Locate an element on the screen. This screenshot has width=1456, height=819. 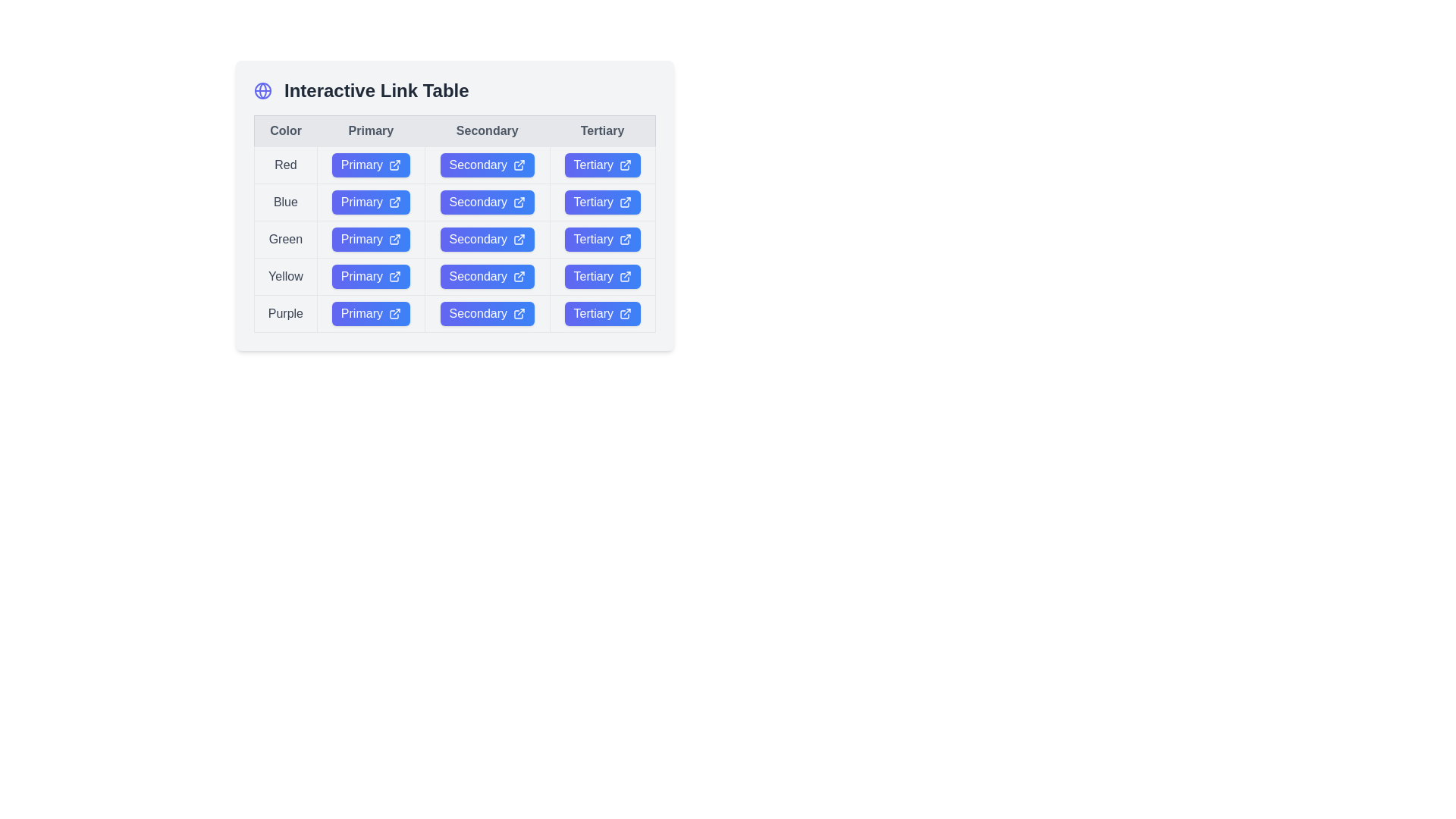
the table header cell labeled 'Secondary' which is styled with a light gray background and bold font, located in the third column of the table header is located at coordinates (454, 130).